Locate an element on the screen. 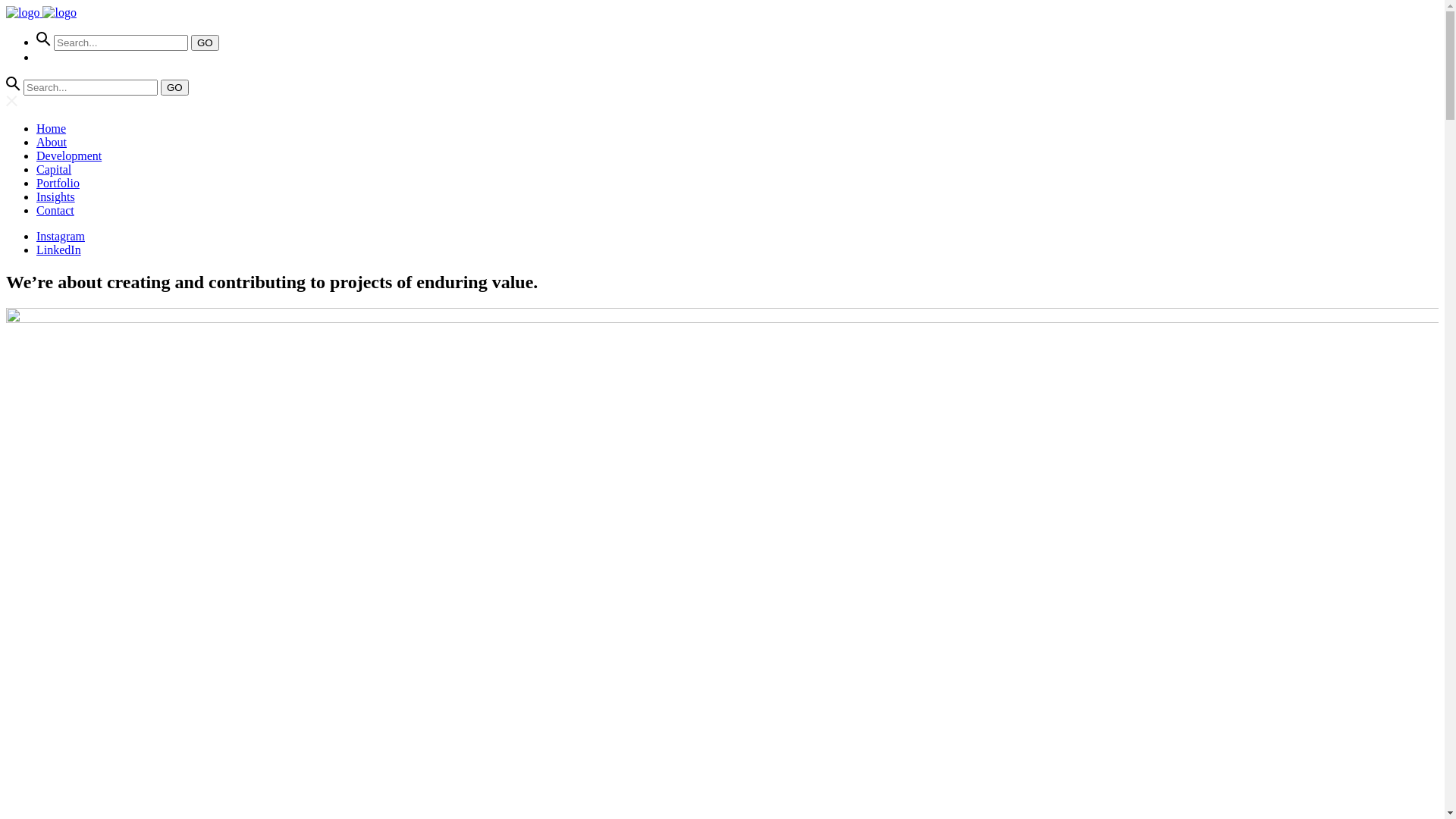 The image size is (1456, 819). 'Contact' is located at coordinates (36, 210).